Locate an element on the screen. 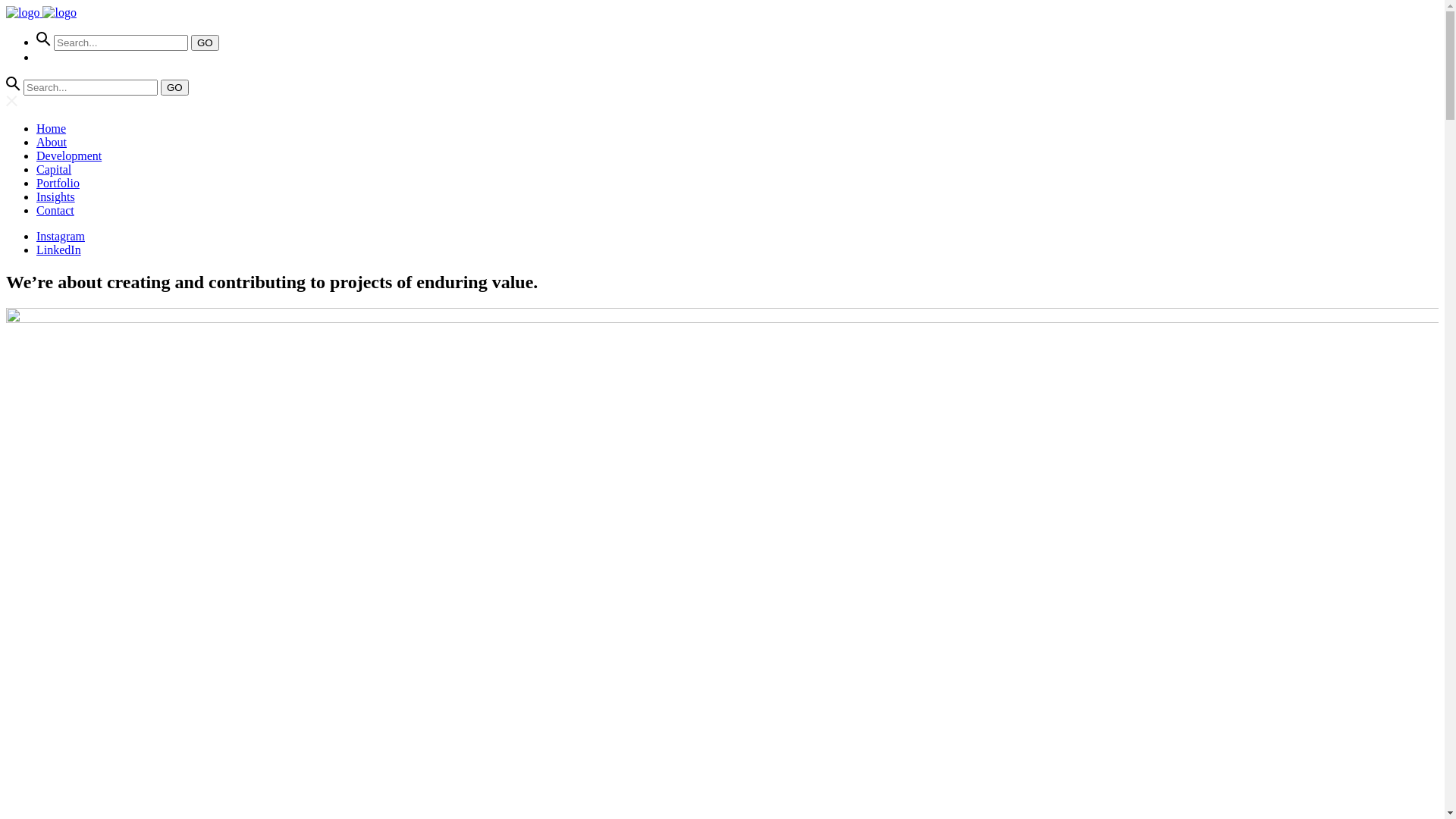 The image size is (1456, 819). 'Contact' is located at coordinates (36, 210).